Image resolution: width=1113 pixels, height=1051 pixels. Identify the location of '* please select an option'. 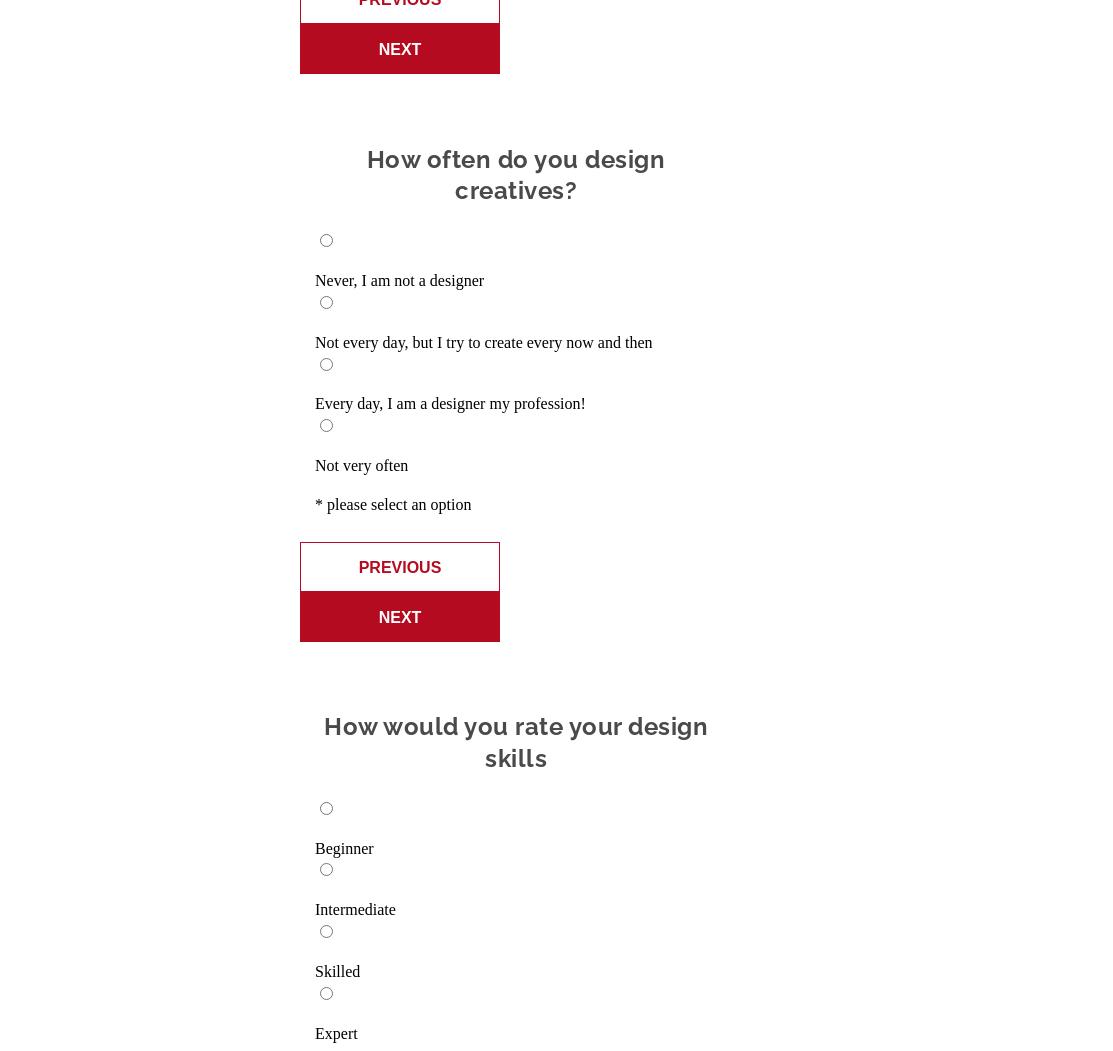
(393, 503).